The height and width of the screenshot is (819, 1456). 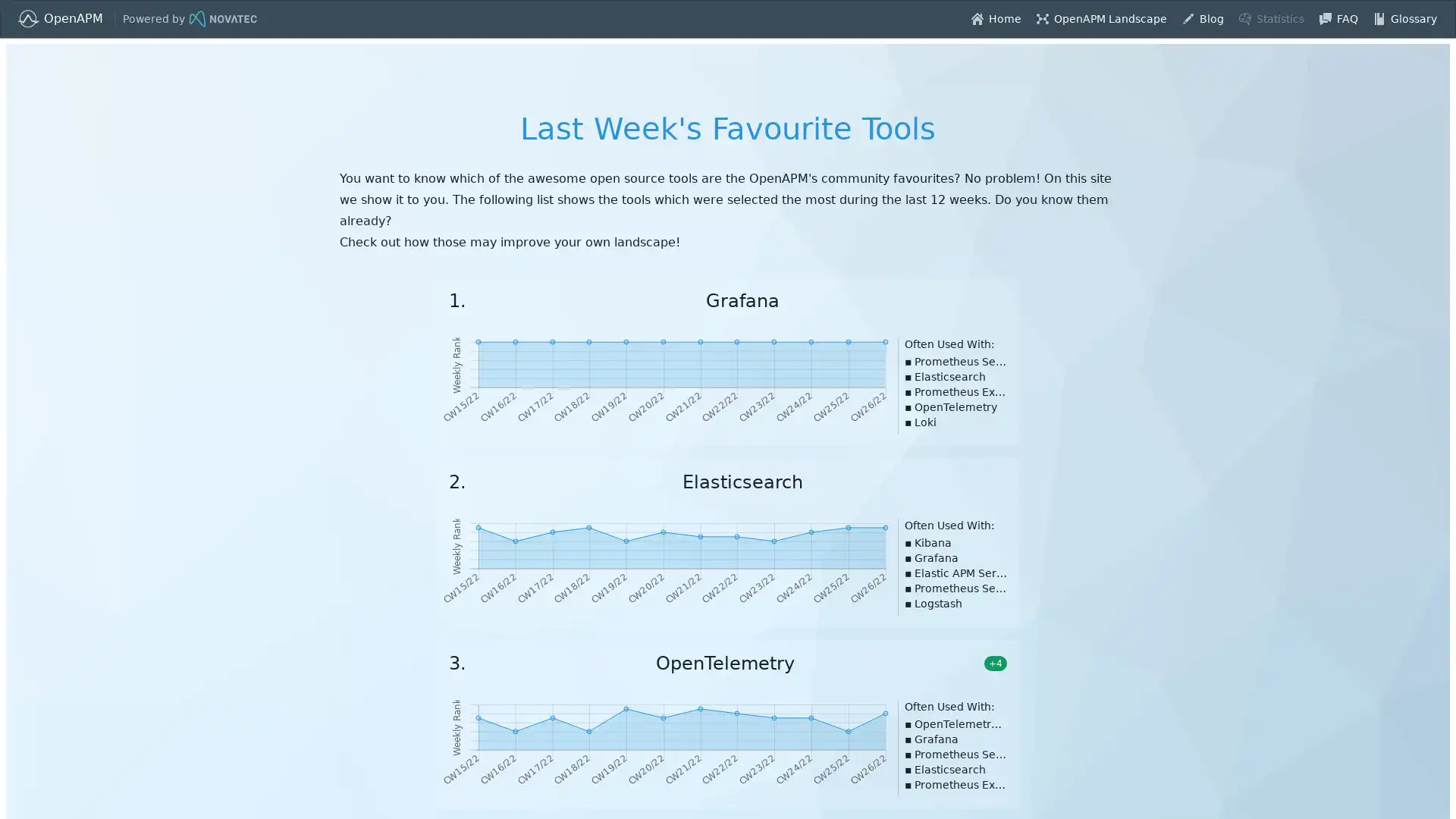 I want to click on book Glossary, so click(x=1404, y=18).